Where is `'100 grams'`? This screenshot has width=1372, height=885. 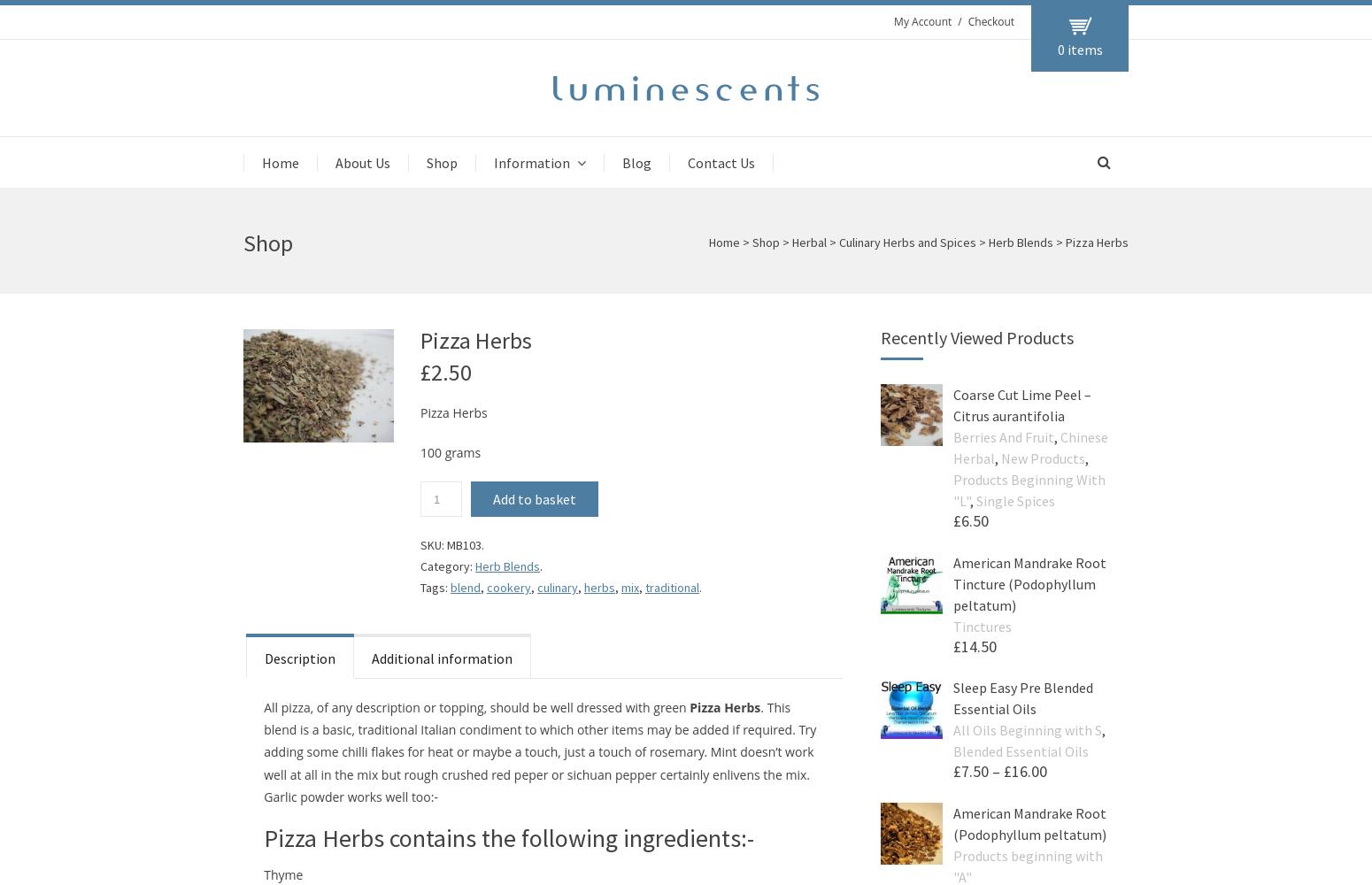 '100 grams' is located at coordinates (450, 452).